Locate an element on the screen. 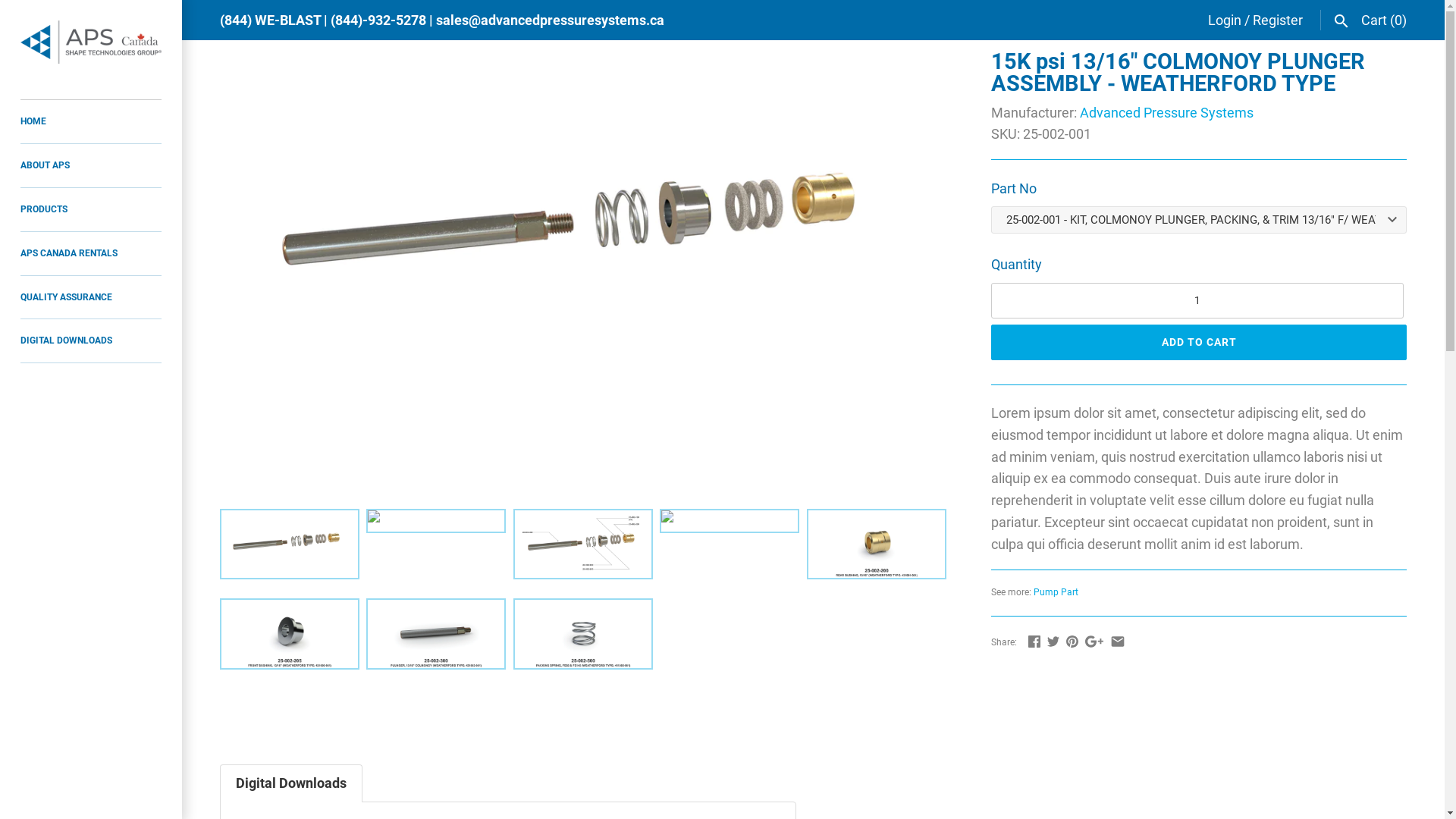 The image size is (1456, 819). 'ADD TO CART' is located at coordinates (1197, 342).